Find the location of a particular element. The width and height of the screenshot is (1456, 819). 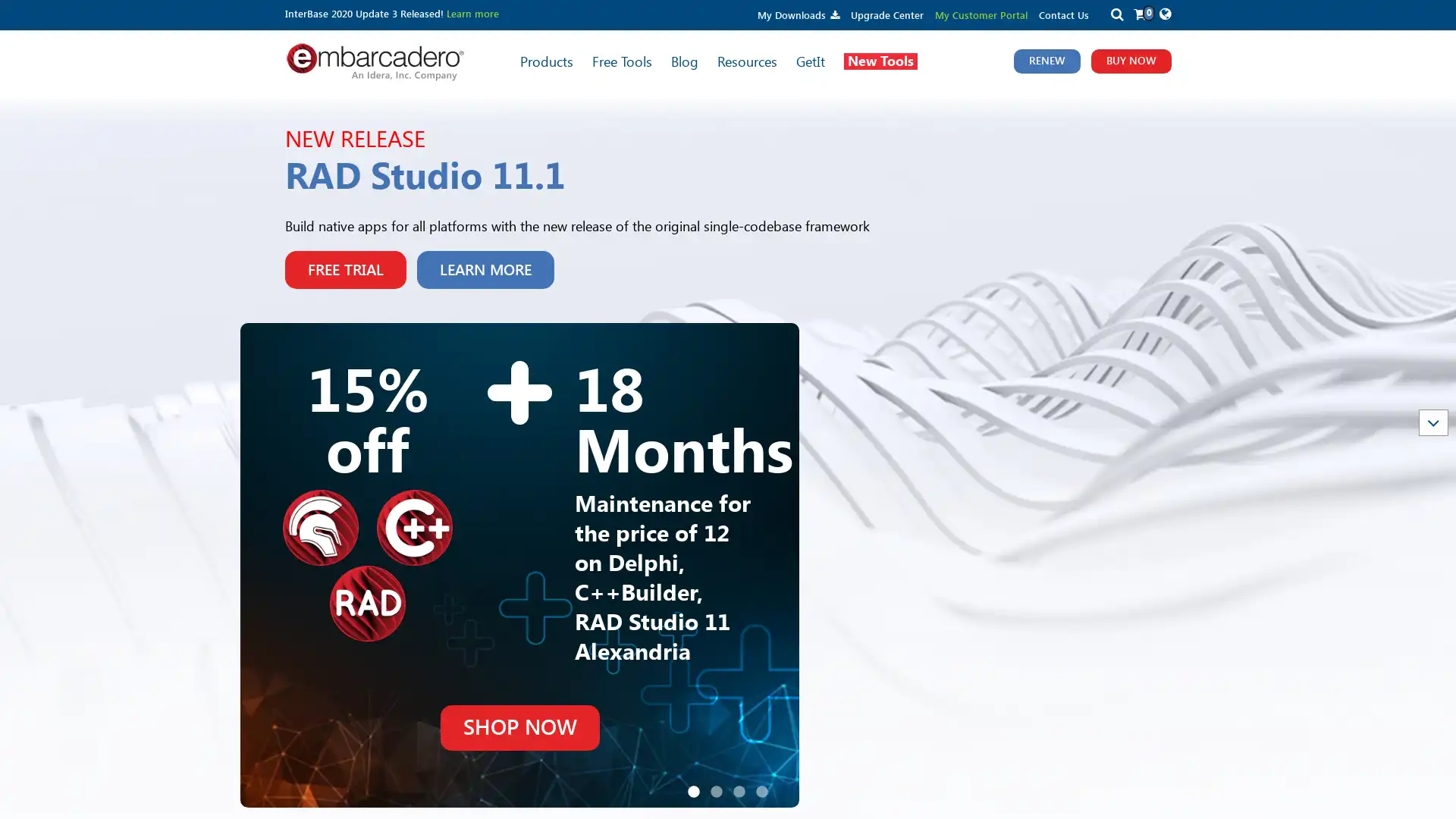

3 is located at coordinates (739, 644).